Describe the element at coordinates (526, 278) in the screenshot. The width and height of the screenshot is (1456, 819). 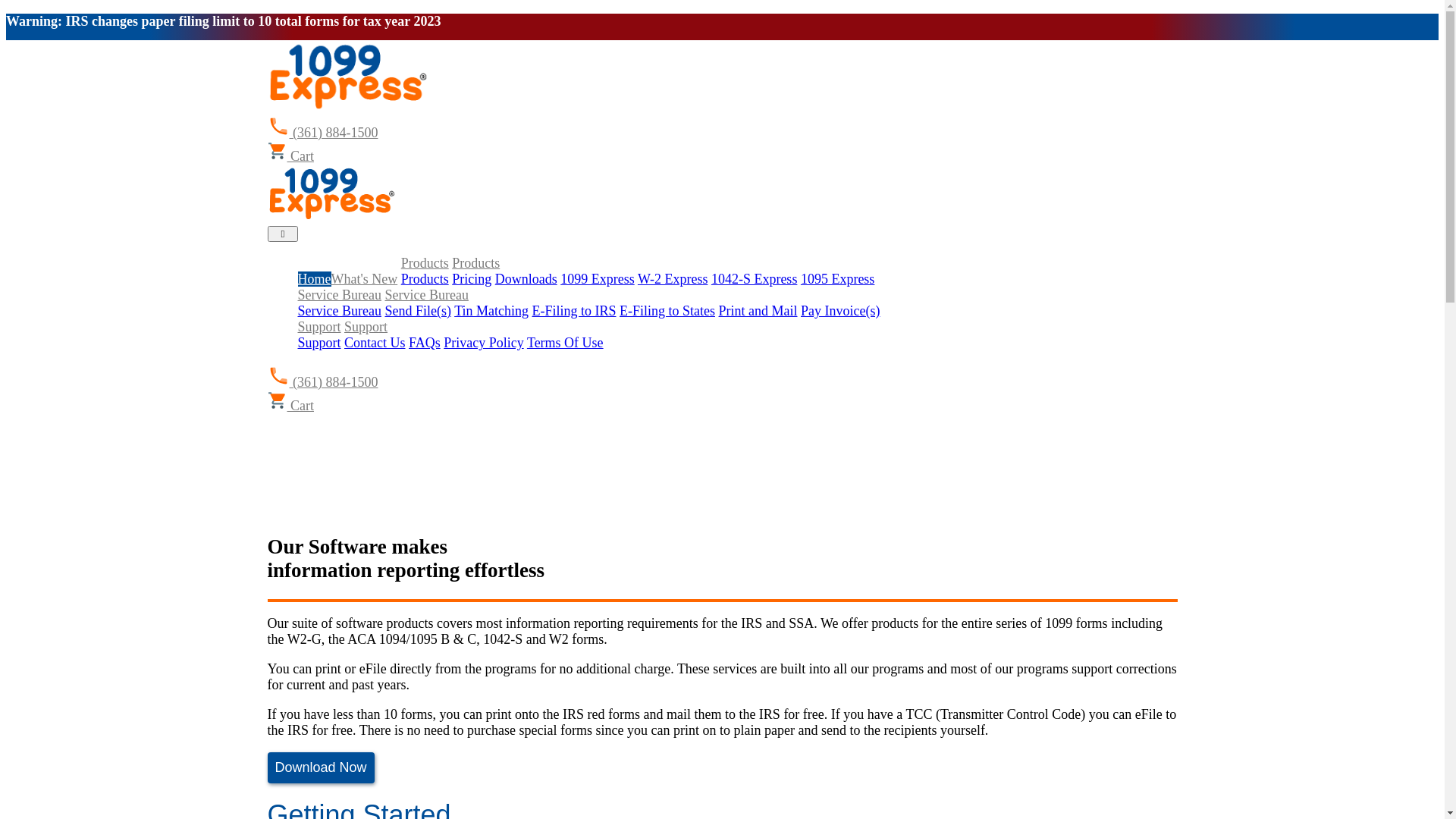
I see `'Downloads'` at that location.